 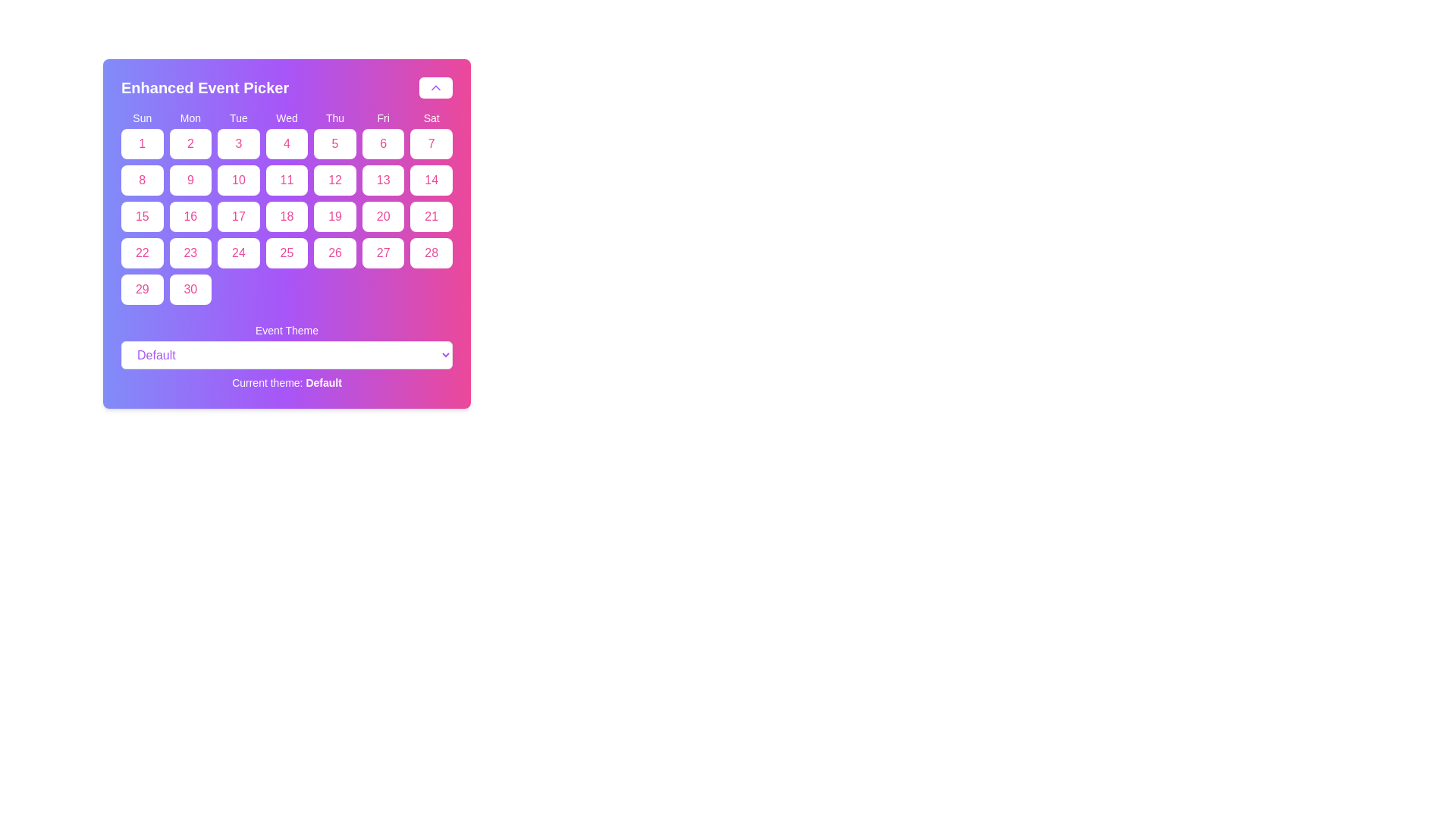 I want to click on the button located in the top-right corner of the 'Enhanced Event Picker', so click(x=435, y=87).